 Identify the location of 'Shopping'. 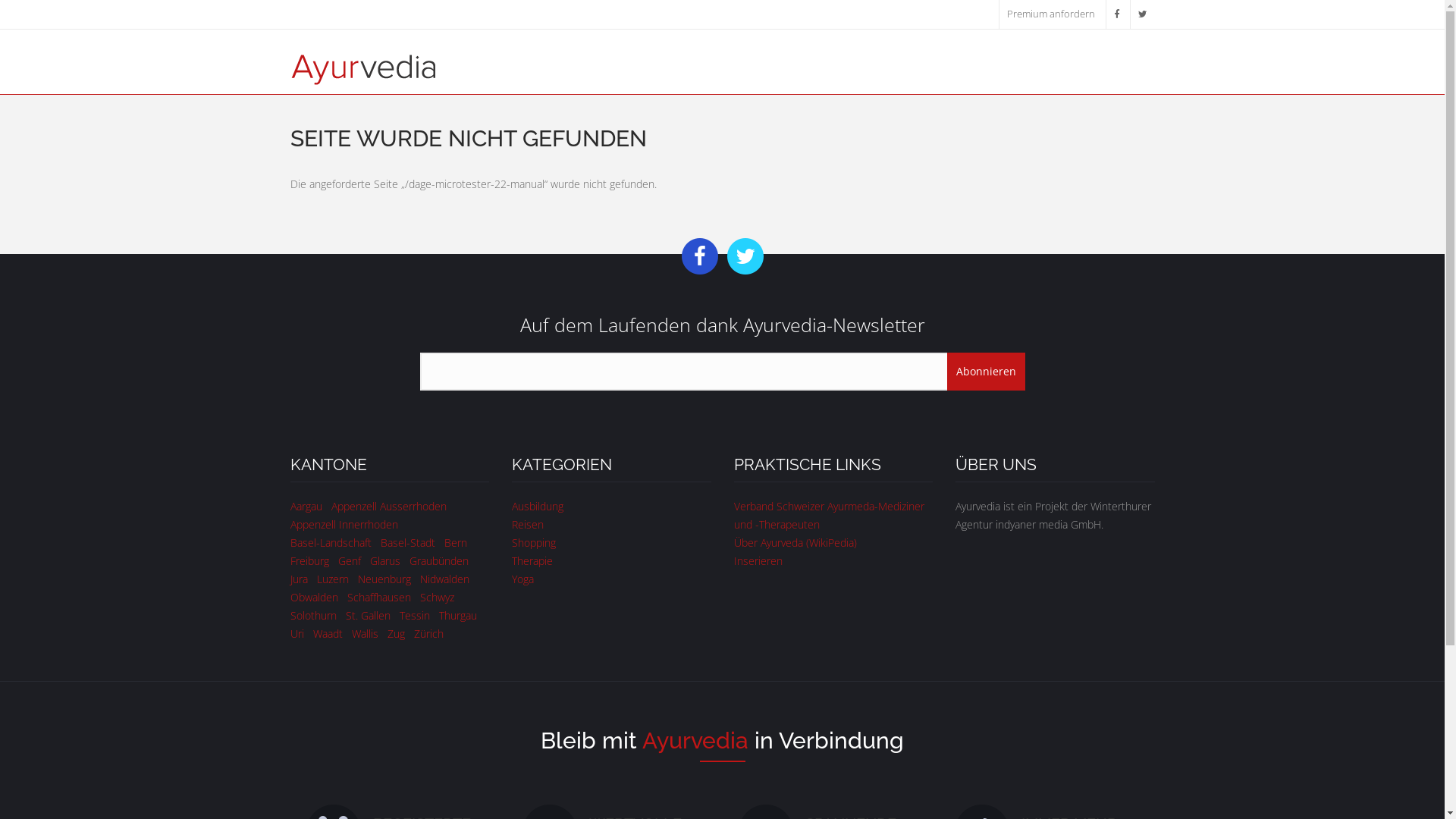
(512, 541).